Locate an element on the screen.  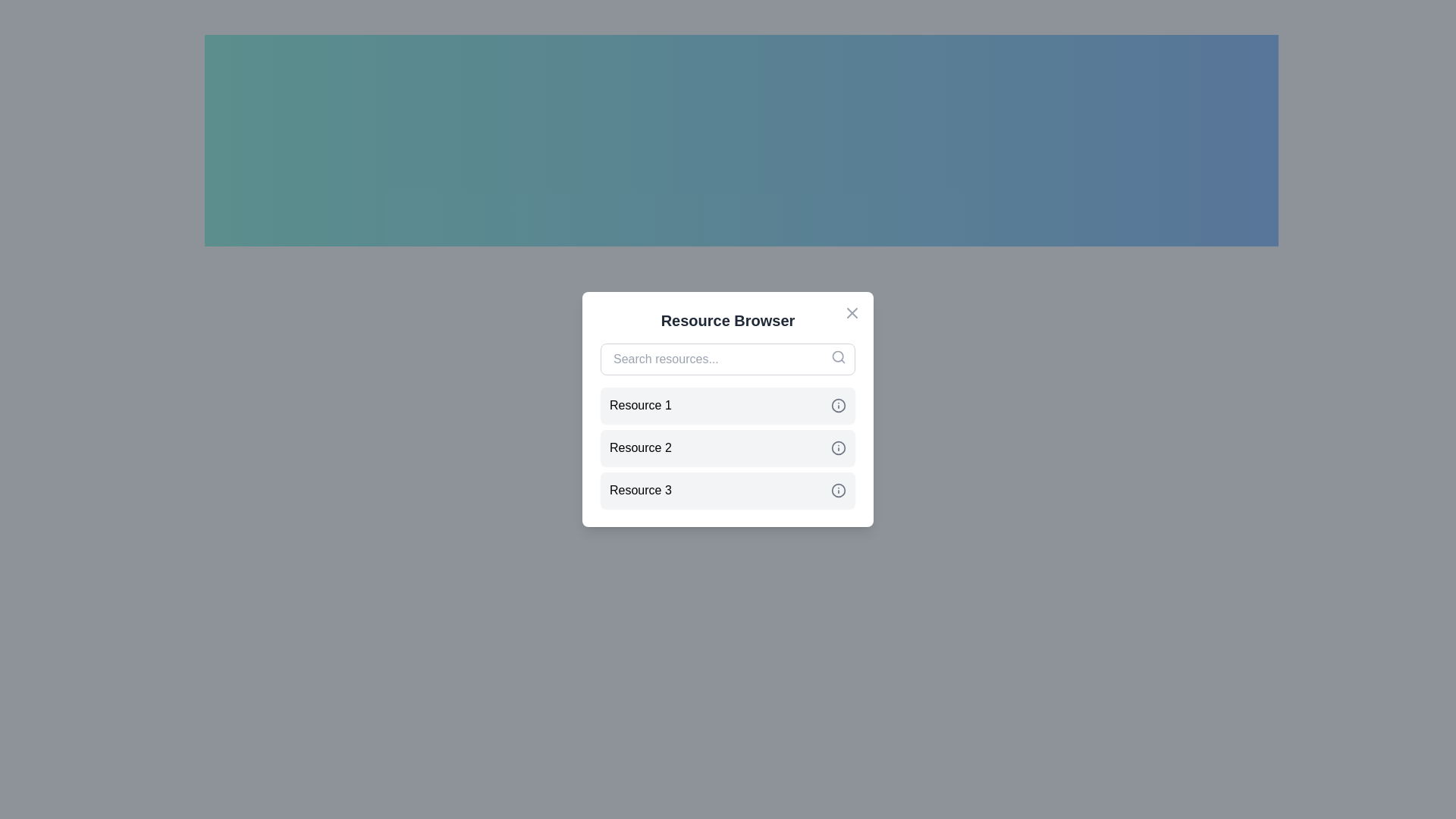
the second list item labeled 'Resource 2' in the dialog titled 'Resource Browser' is located at coordinates (728, 447).